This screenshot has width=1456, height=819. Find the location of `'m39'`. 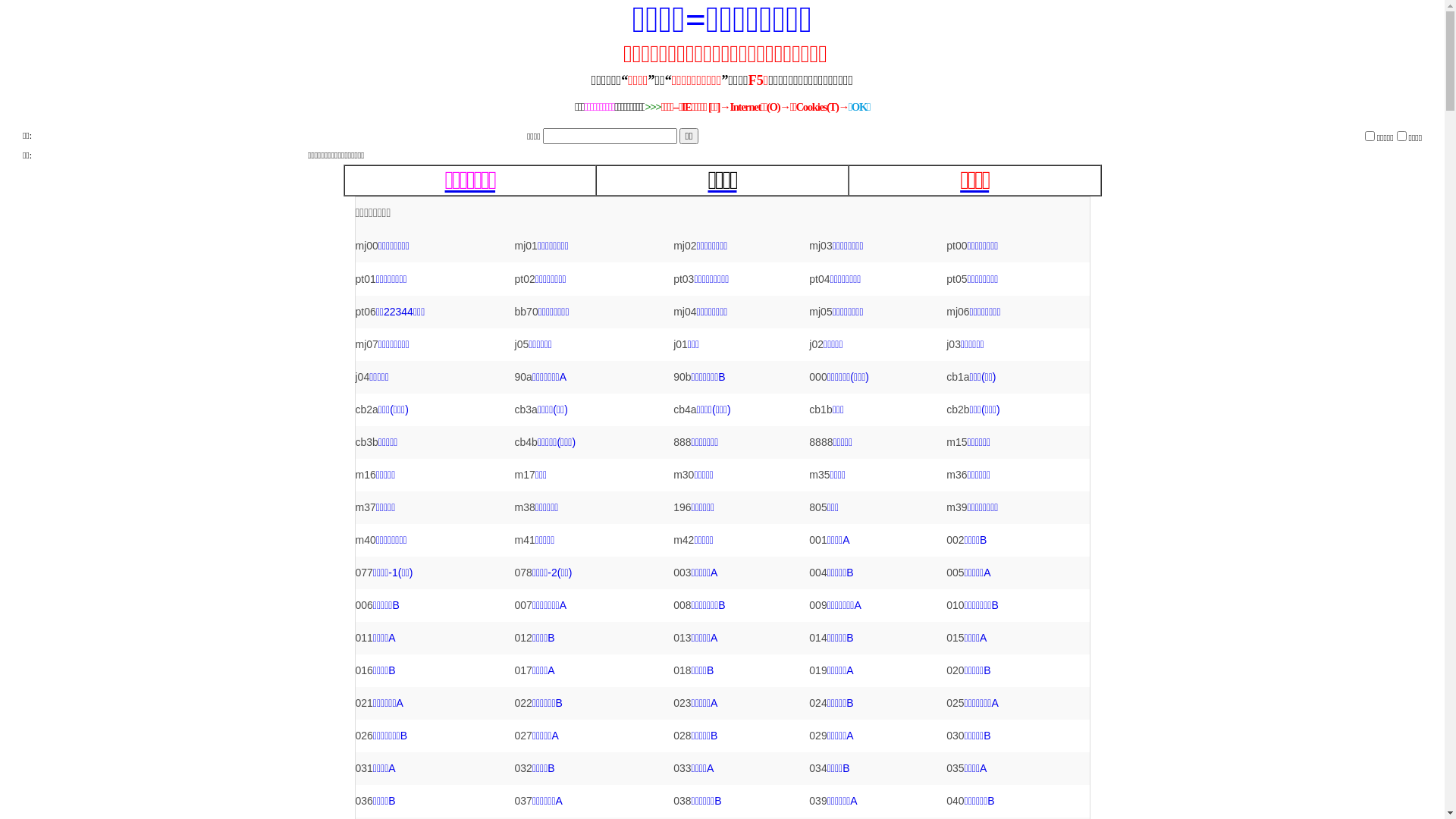

'm39' is located at coordinates (955, 507).